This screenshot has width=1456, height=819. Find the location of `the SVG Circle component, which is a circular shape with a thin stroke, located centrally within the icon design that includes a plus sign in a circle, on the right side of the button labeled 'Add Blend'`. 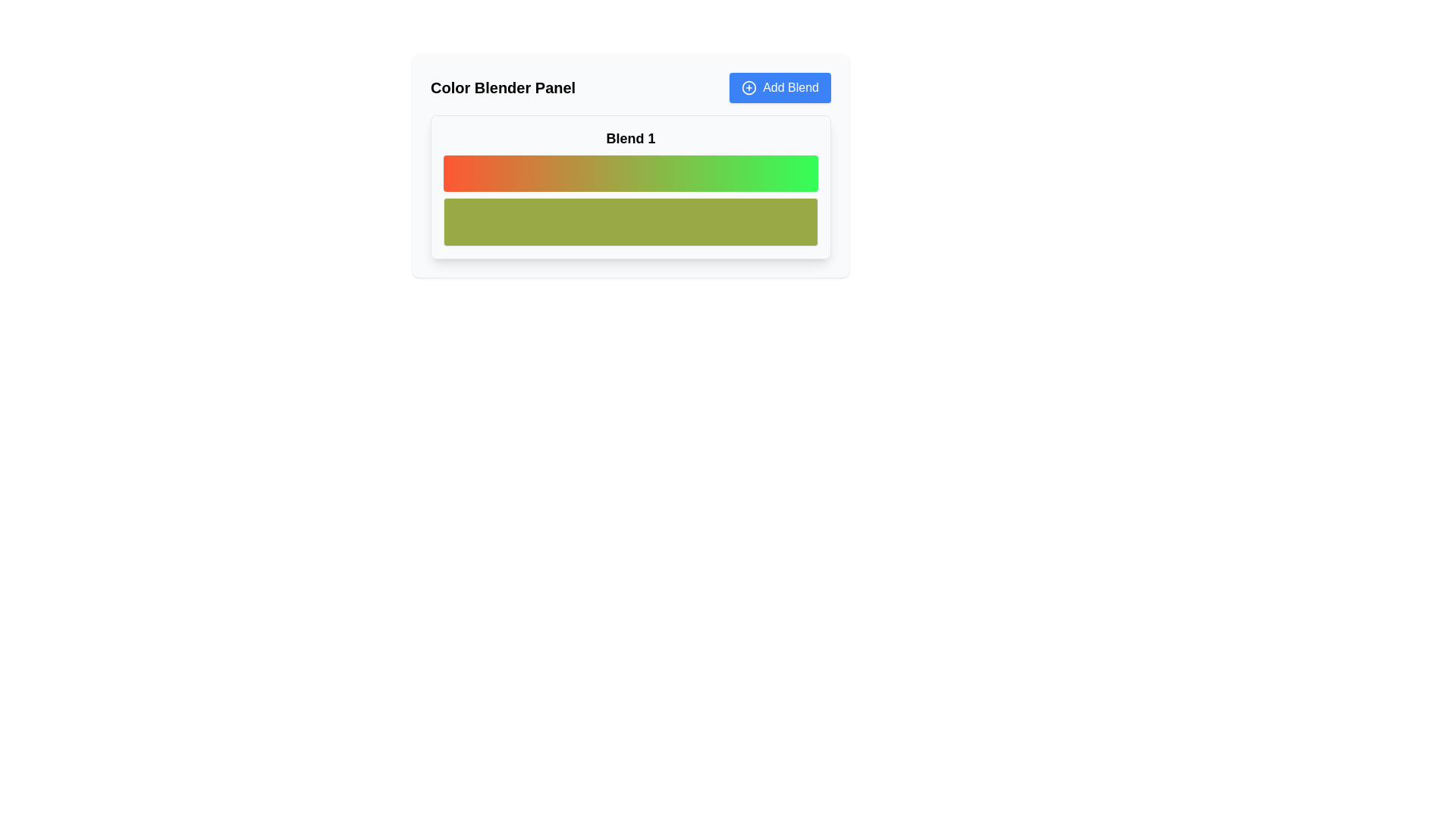

the SVG Circle component, which is a circular shape with a thin stroke, located centrally within the icon design that includes a plus sign in a circle, on the right side of the button labeled 'Add Blend' is located at coordinates (749, 87).